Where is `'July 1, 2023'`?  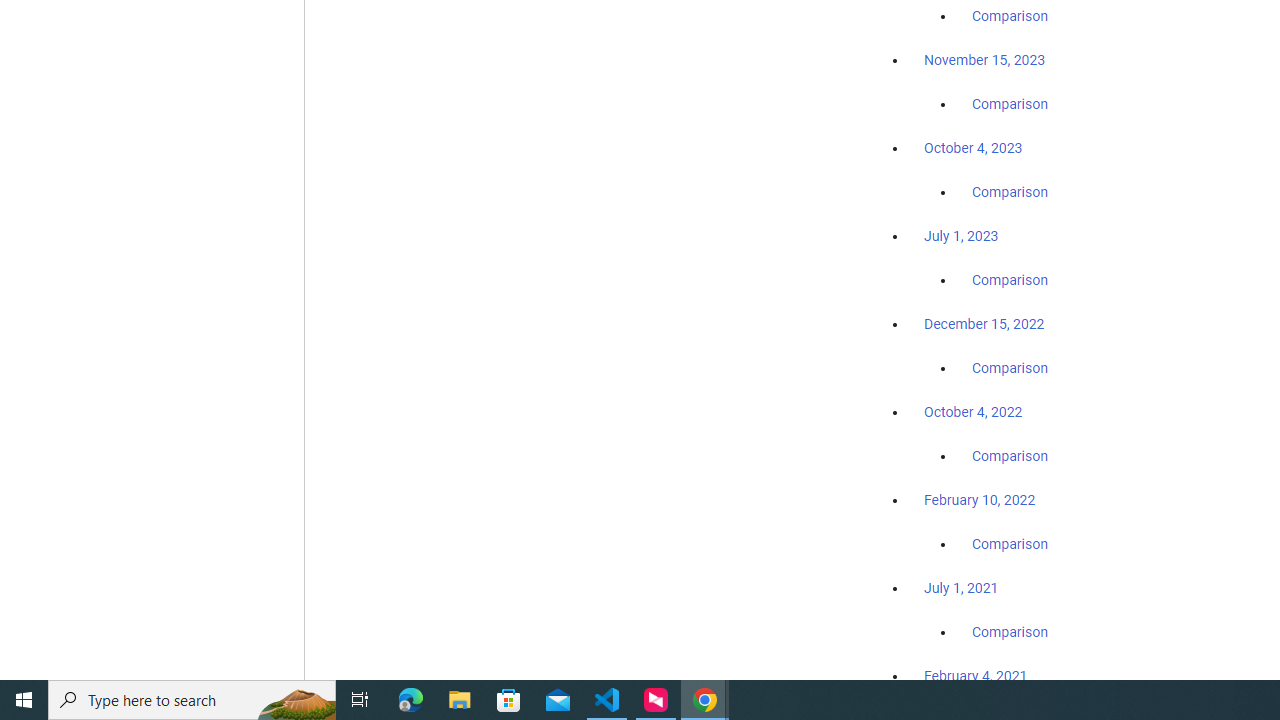
'July 1, 2023' is located at coordinates (961, 235).